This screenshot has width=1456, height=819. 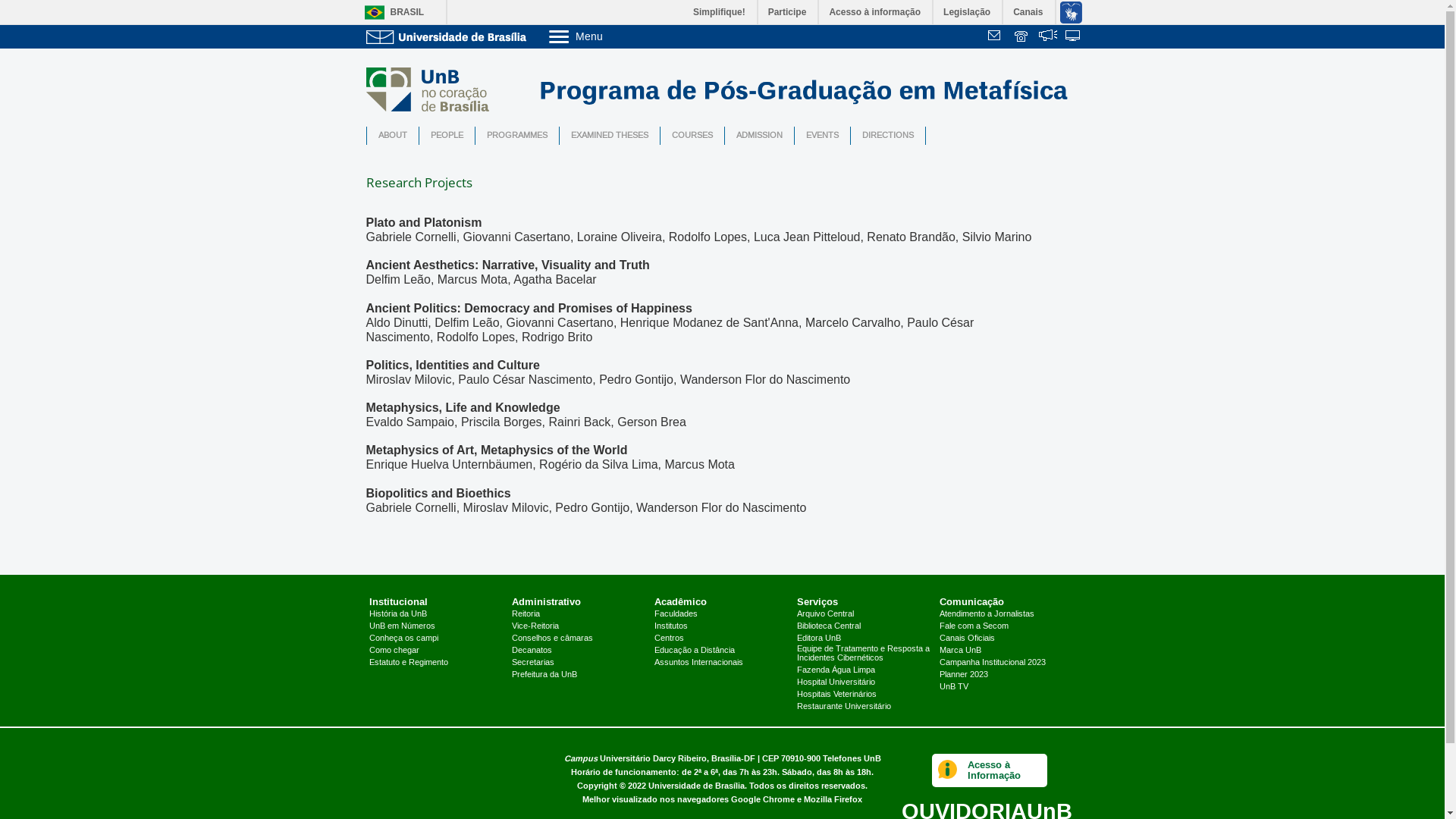 What do you see at coordinates (788, 11) in the screenshot?
I see `'Participe'` at bounding box center [788, 11].